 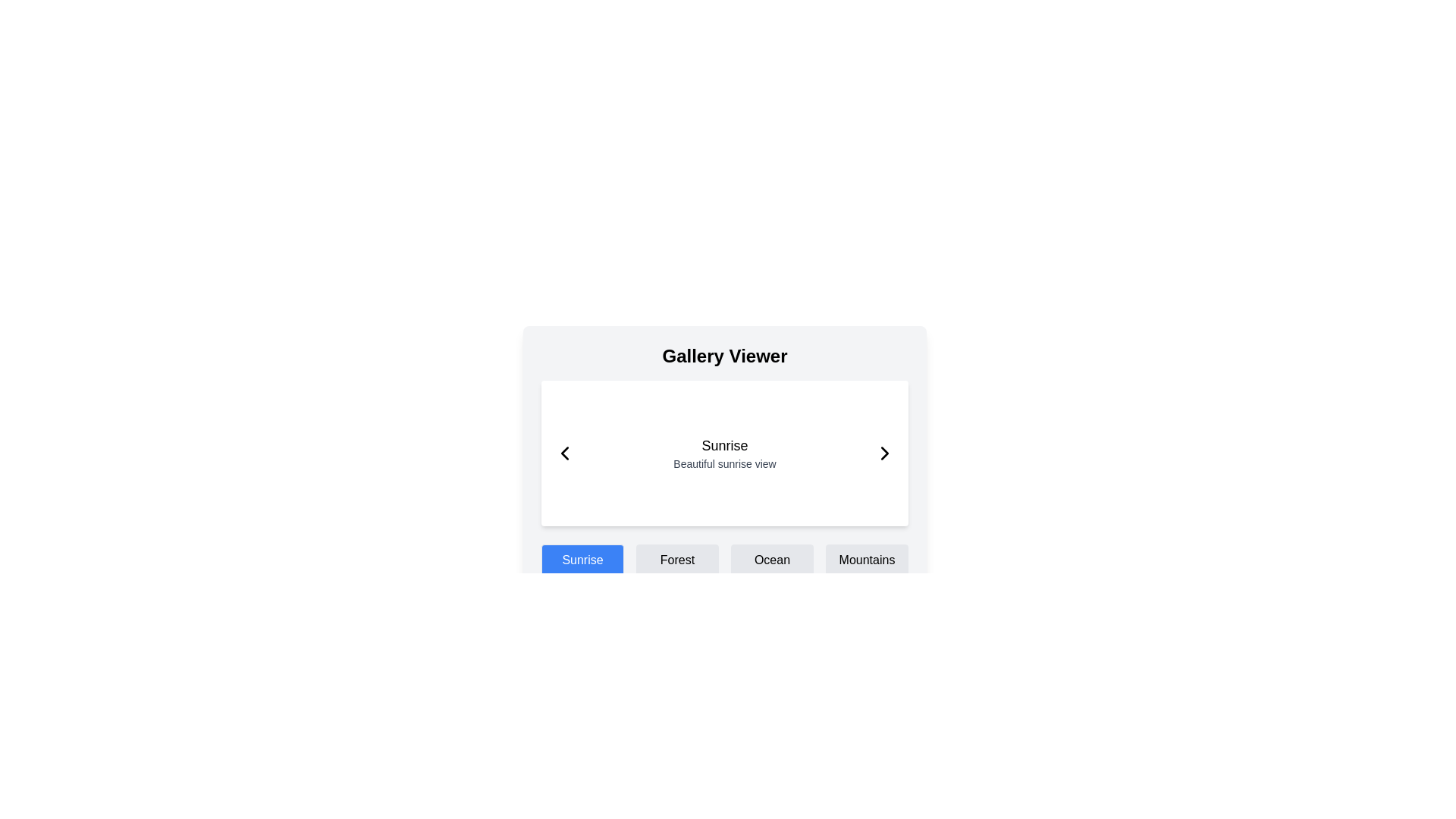 What do you see at coordinates (884, 452) in the screenshot?
I see `the navigation button located to the right of the text labeled 'Sunrise' and 'Beautiful sunrise view'` at bounding box center [884, 452].